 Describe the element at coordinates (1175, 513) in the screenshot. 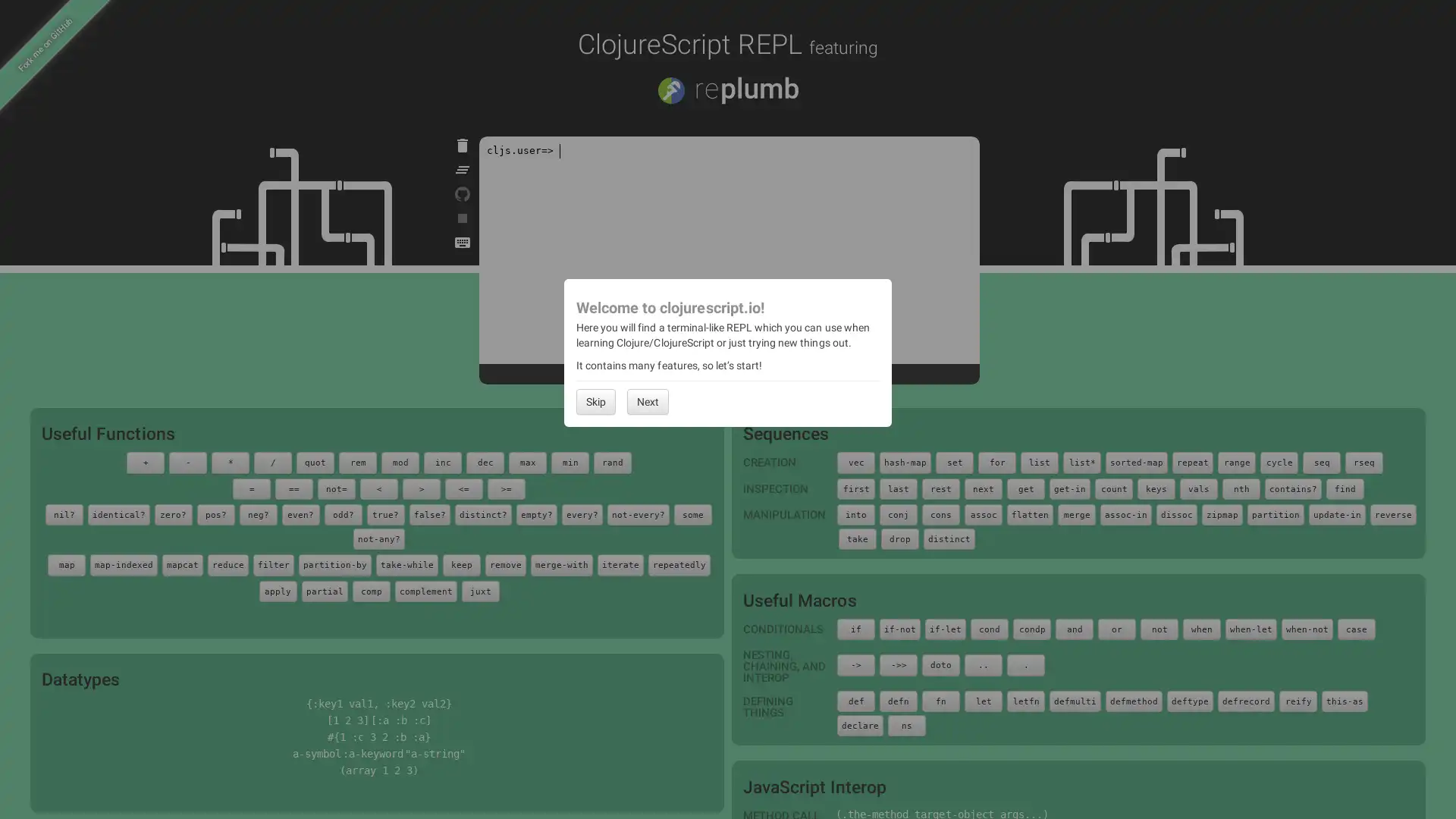

I see `dissoc` at that location.